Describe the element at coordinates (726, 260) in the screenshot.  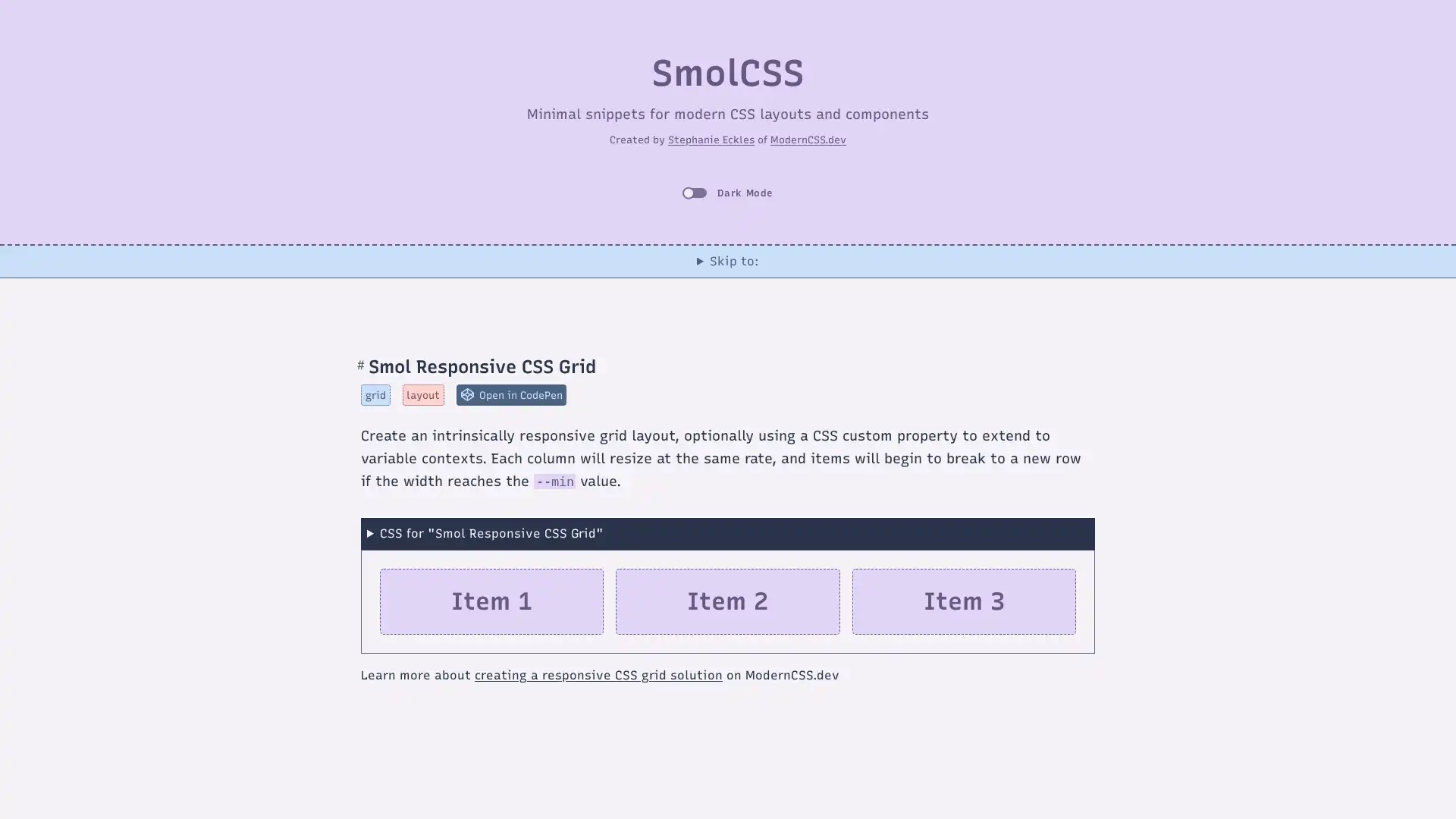
I see `Skip to:` at that location.